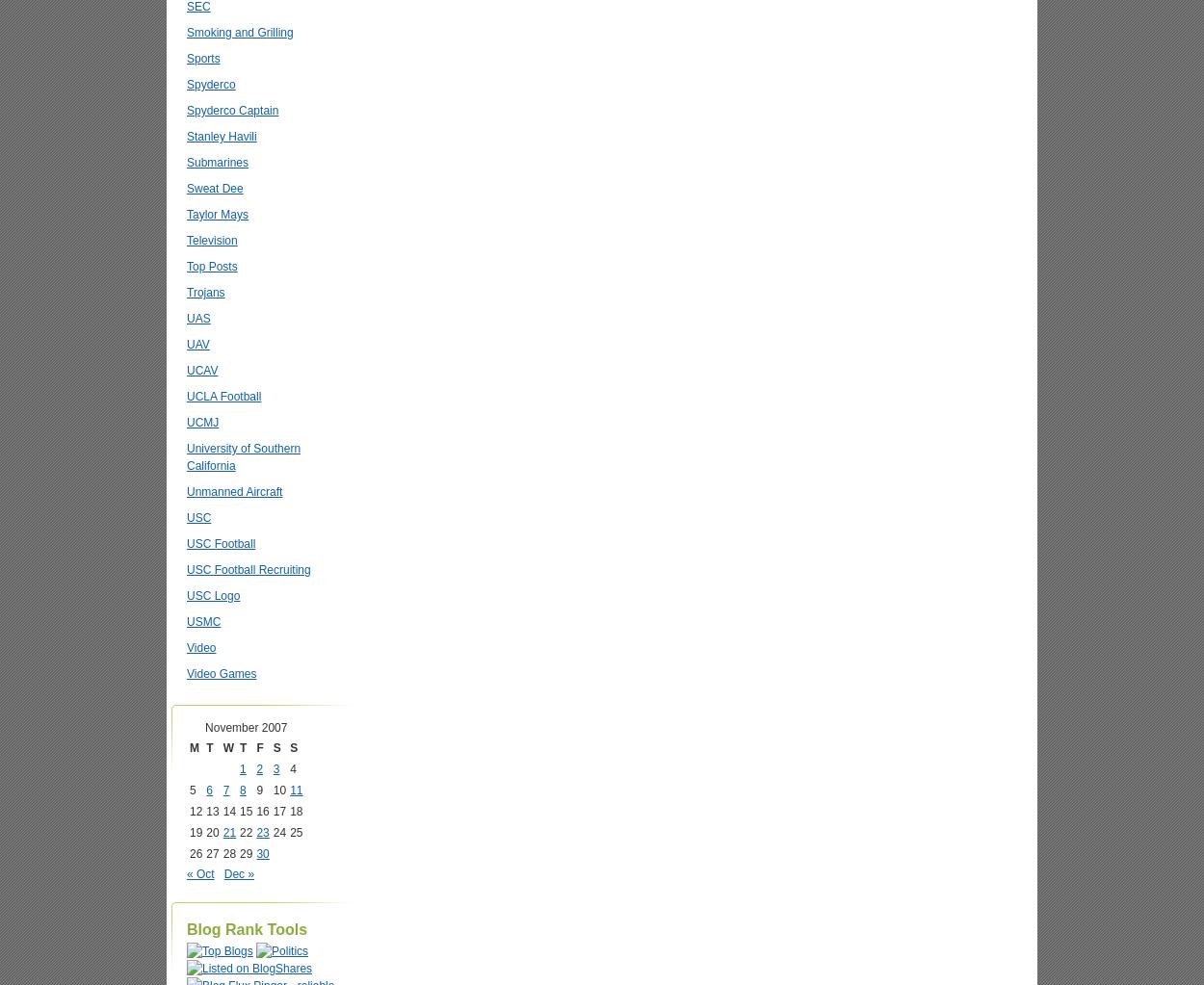 This screenshot has width=1204, height=985. What do you see at coordinates (247, 929) in the screenshot?
I see `'Blog Rank Tools'` at bounding box center [247, 929].